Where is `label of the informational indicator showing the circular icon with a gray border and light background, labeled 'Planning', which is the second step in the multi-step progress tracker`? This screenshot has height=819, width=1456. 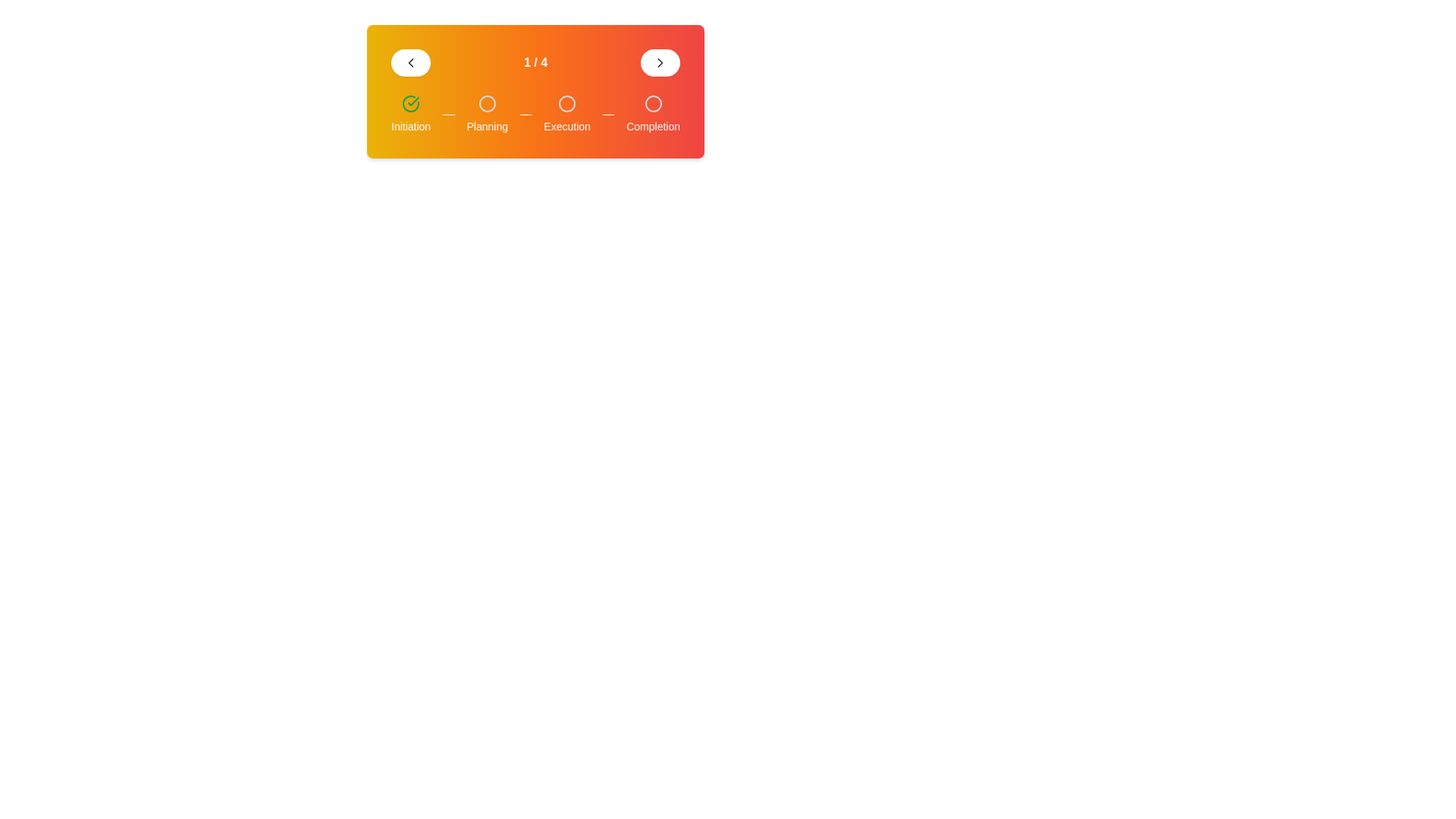 label of the informational indicator showing the circular icon with a gray border and light background, labeled 'Planning', which is the second step in the multi-step progress tracker is located at coordinates (487, 113).